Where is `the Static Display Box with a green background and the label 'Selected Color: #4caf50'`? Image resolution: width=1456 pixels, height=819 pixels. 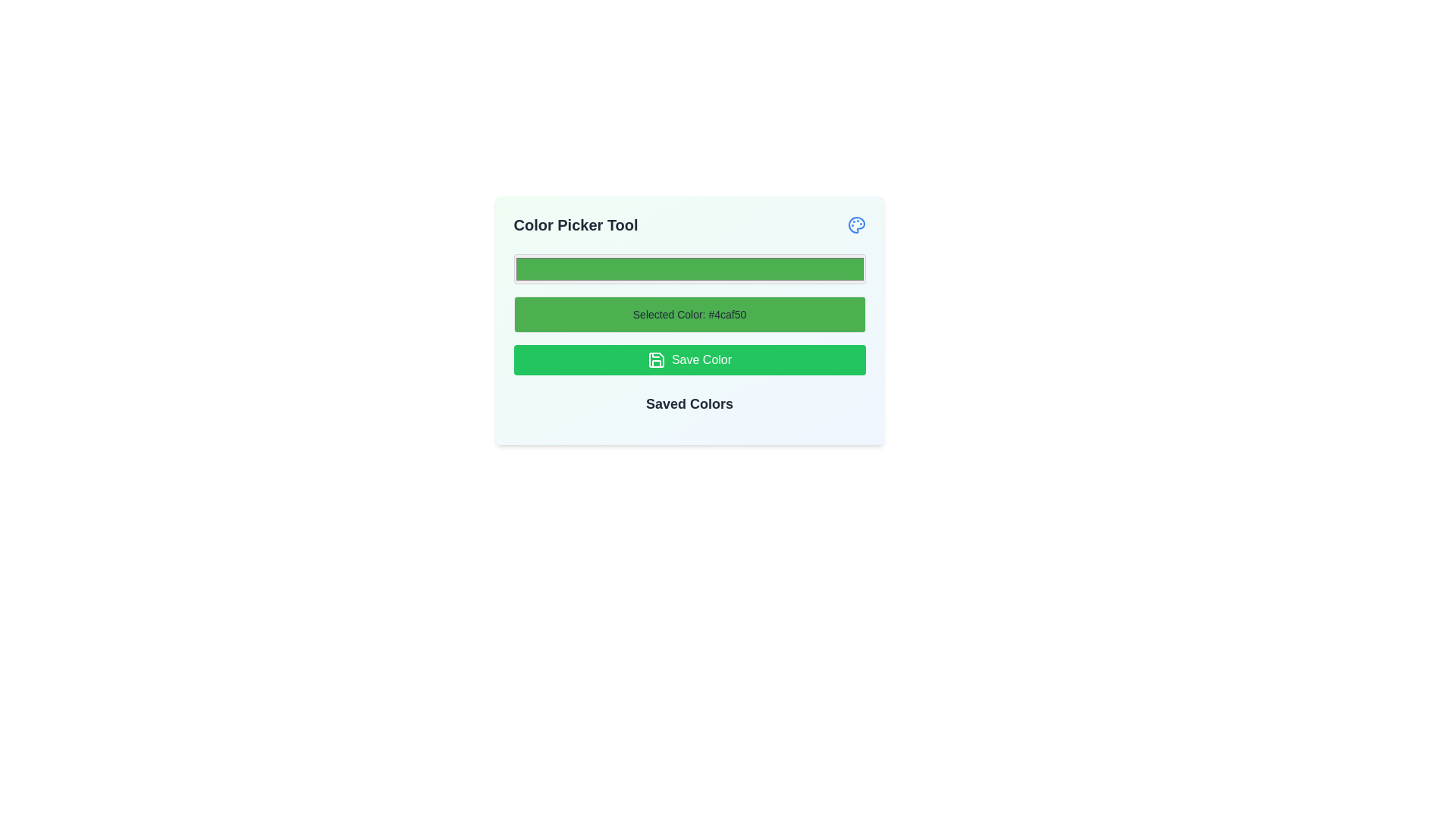 the Static Display Box with a green background and the label 'Selected Color: #4caf50' is located at coordinates (689, 314).